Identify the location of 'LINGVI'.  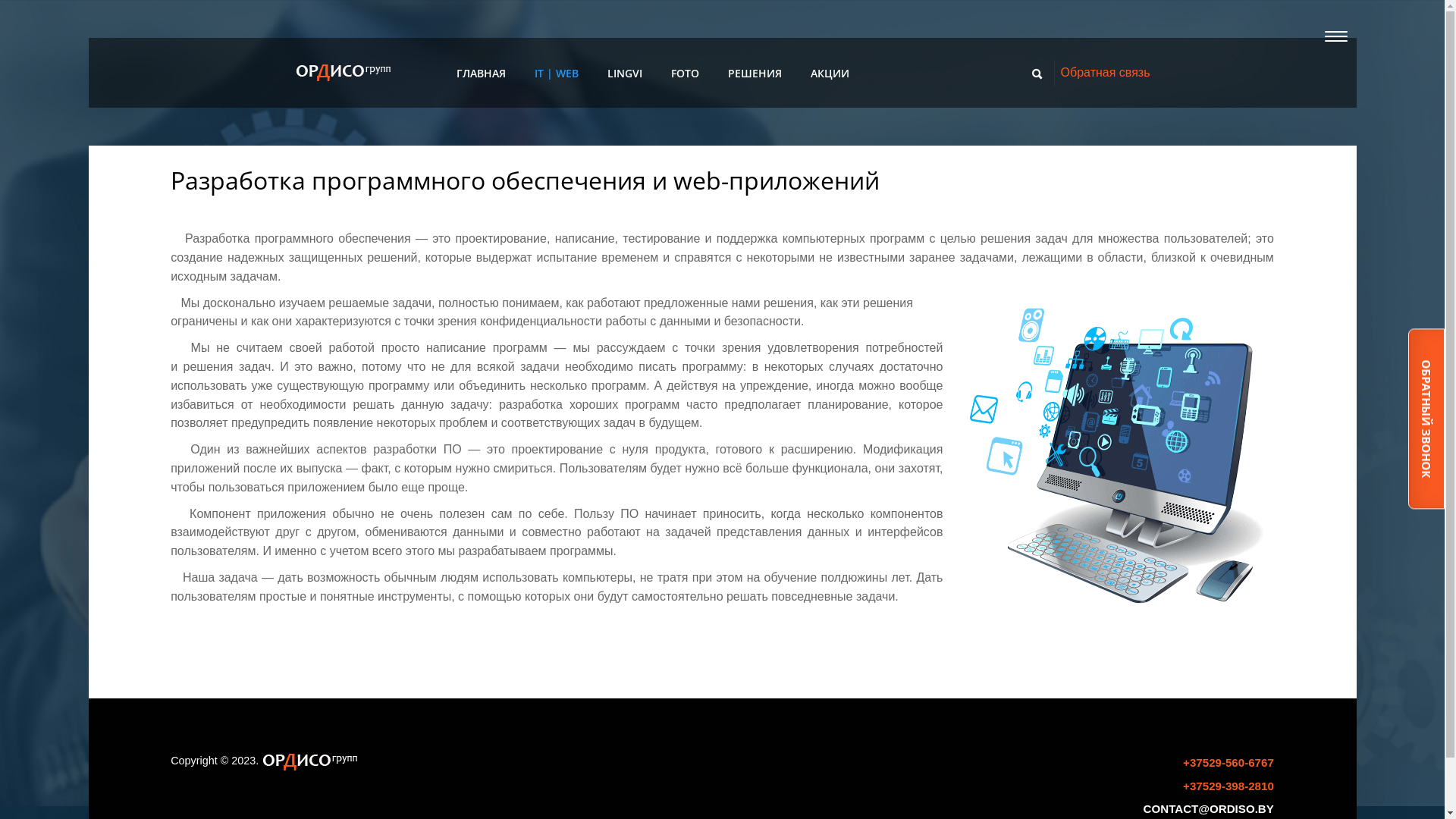
(625, 74).